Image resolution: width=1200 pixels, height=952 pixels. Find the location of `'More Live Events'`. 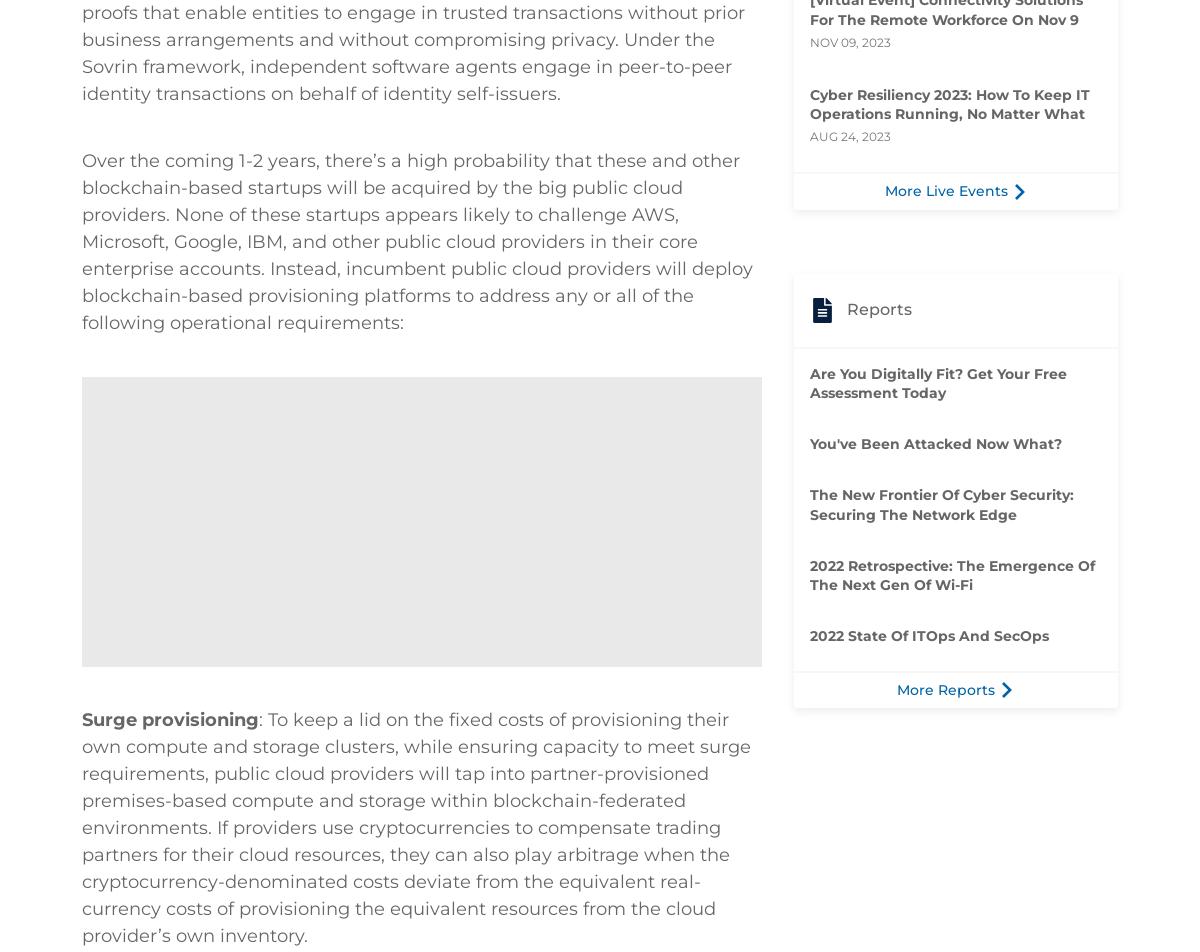

'More Live Events' is located at coordinates (945, 190).